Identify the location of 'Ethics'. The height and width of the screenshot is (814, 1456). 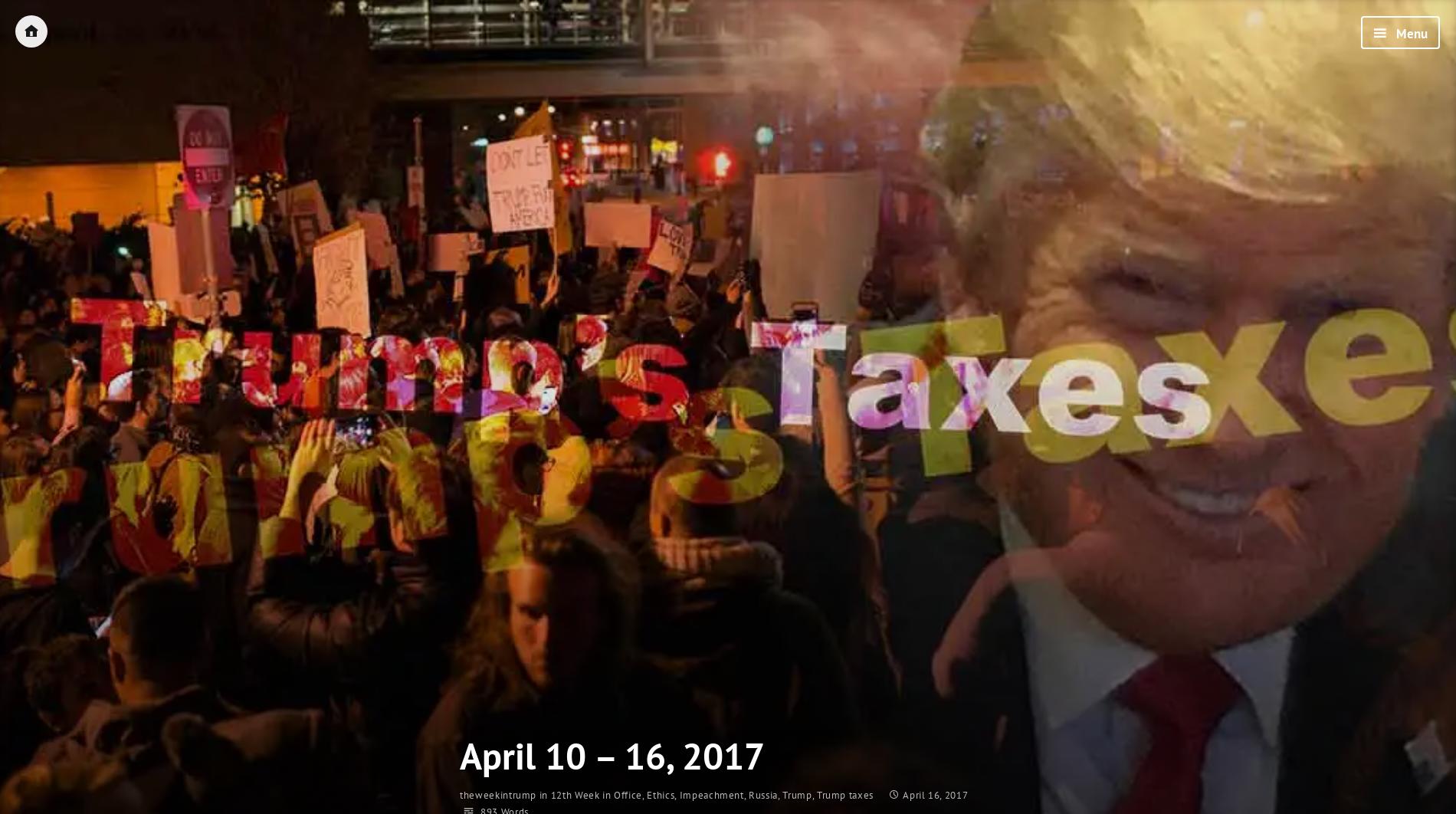
(660, 794).